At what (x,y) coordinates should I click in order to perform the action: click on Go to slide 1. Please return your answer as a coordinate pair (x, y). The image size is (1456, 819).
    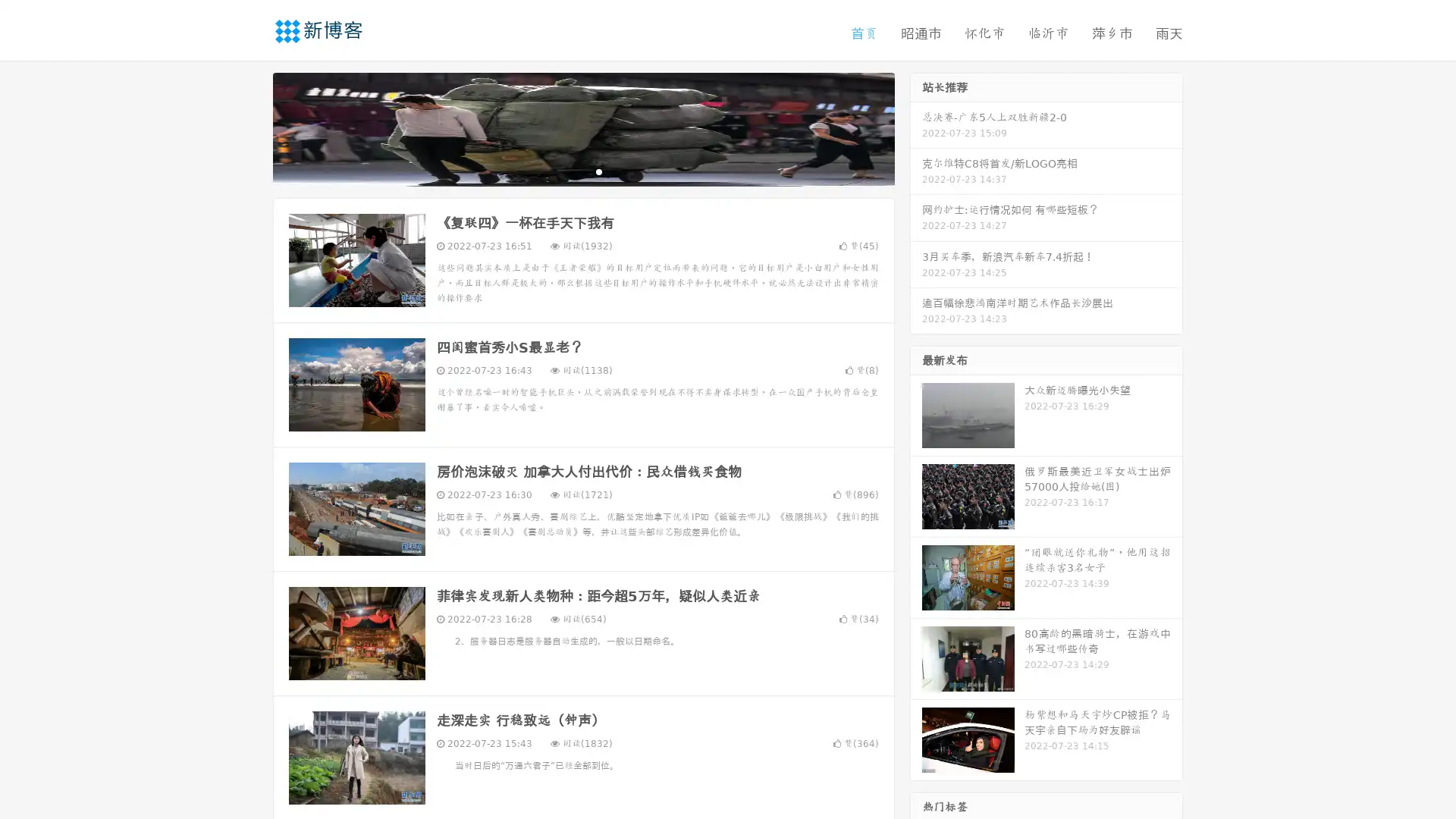
    Looking at the image, I should click on (567, 171).